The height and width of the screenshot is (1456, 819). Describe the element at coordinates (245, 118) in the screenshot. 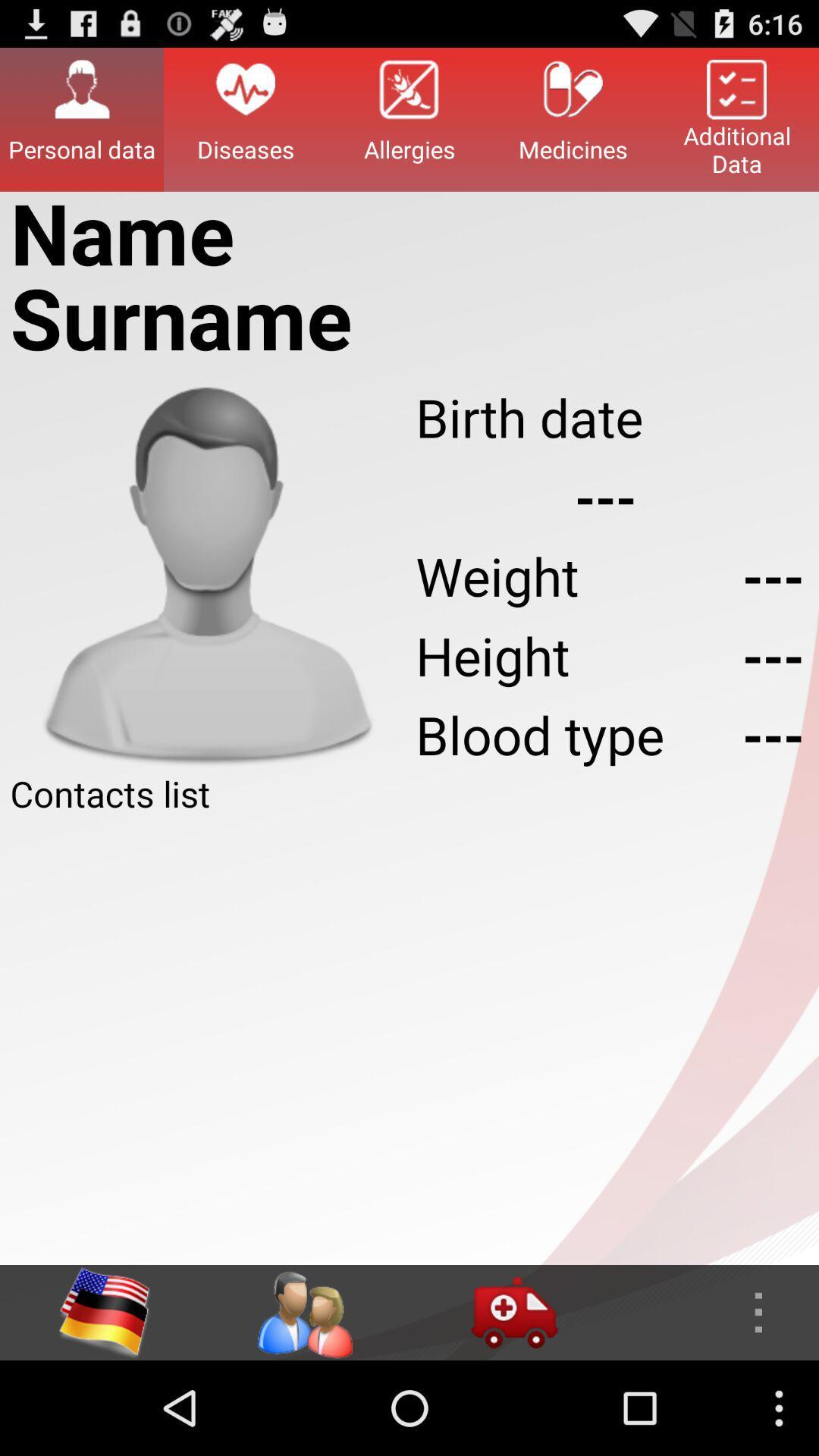

I see `icon next to allergies` at that location.